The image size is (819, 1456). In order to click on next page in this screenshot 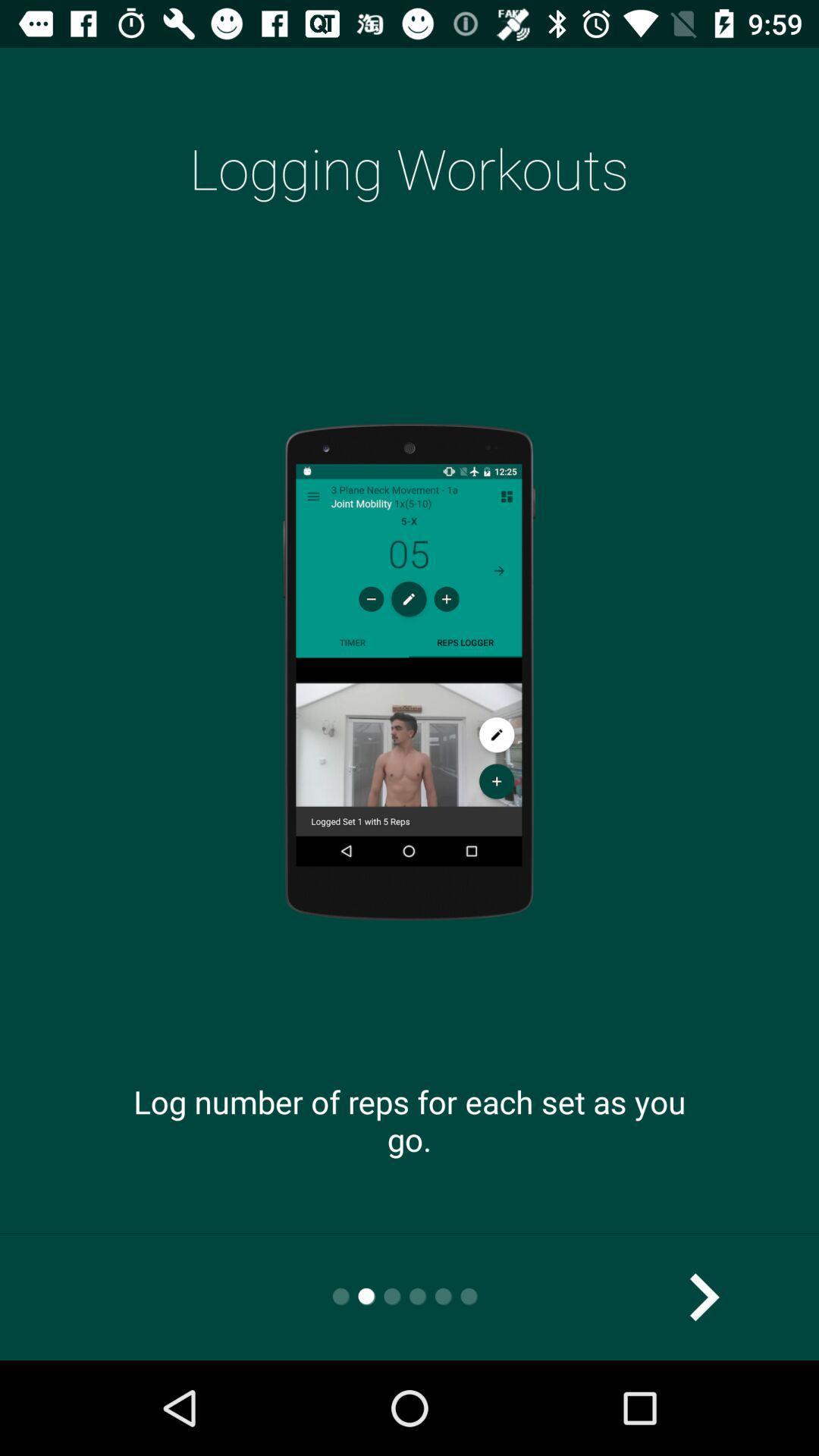, I will do `click(703, 1296)`.